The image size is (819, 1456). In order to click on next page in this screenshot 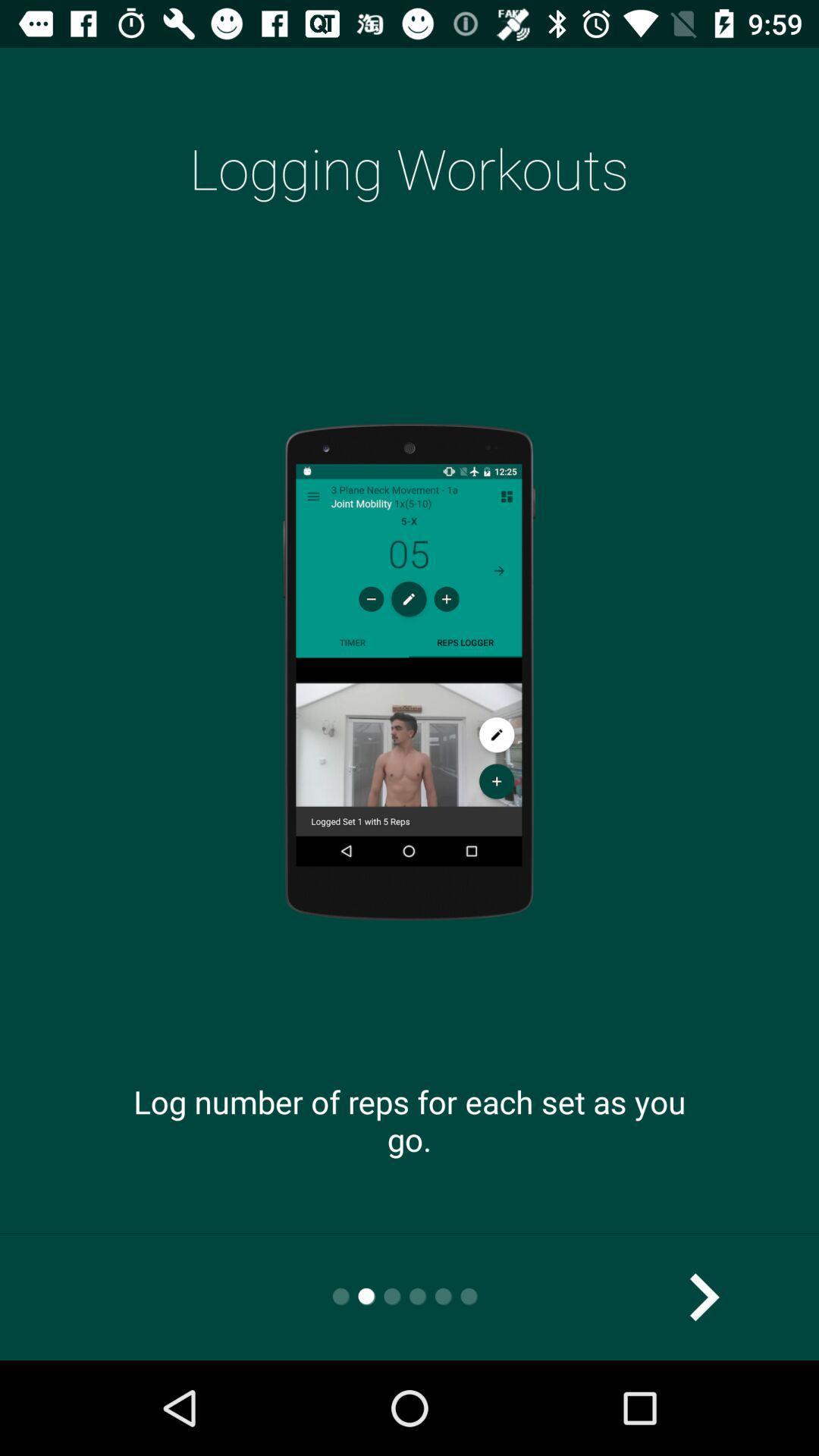, I will do `click(703, 1296)`.